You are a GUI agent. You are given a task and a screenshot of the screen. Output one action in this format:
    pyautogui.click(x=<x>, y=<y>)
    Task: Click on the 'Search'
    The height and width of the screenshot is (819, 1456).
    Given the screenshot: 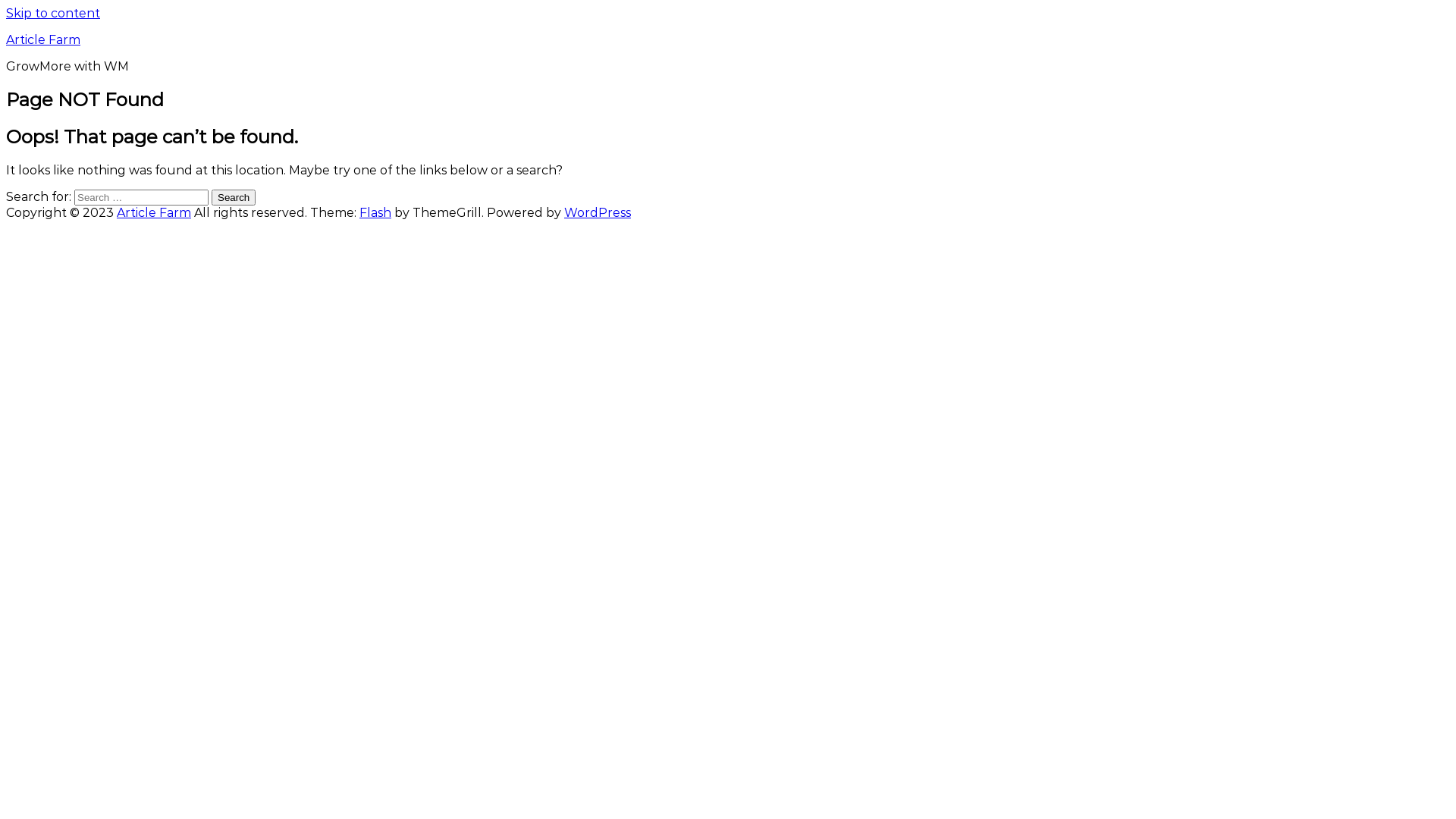 What is the action you would take?
    pyautogui.click(x=232, y=196)
    